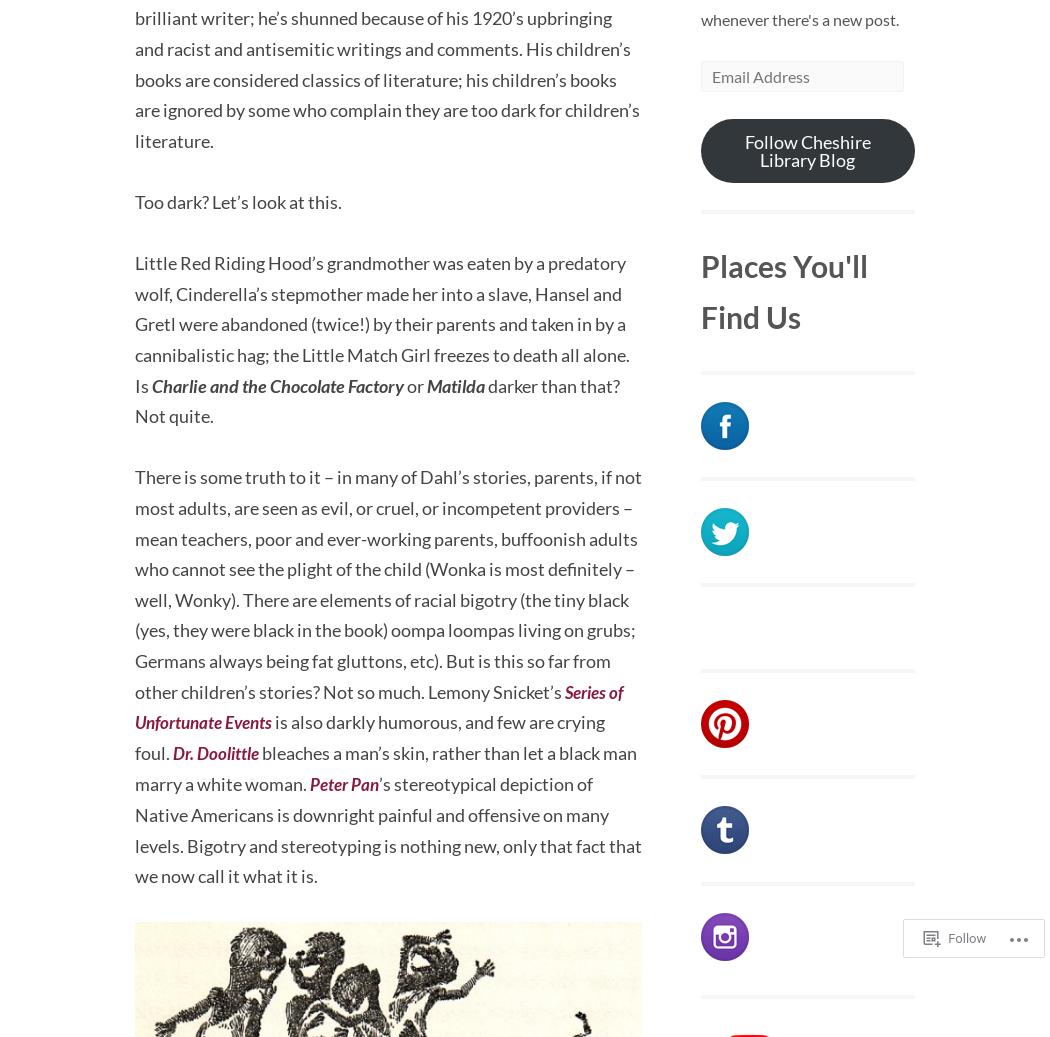 The image size is (1050, 1037). What do you see at coordinates (387, 766) in the screenshot?
I see `'bleaches a man’s skin, rather than let a black man marry a white woman.'` at bounding box center [387, 766].